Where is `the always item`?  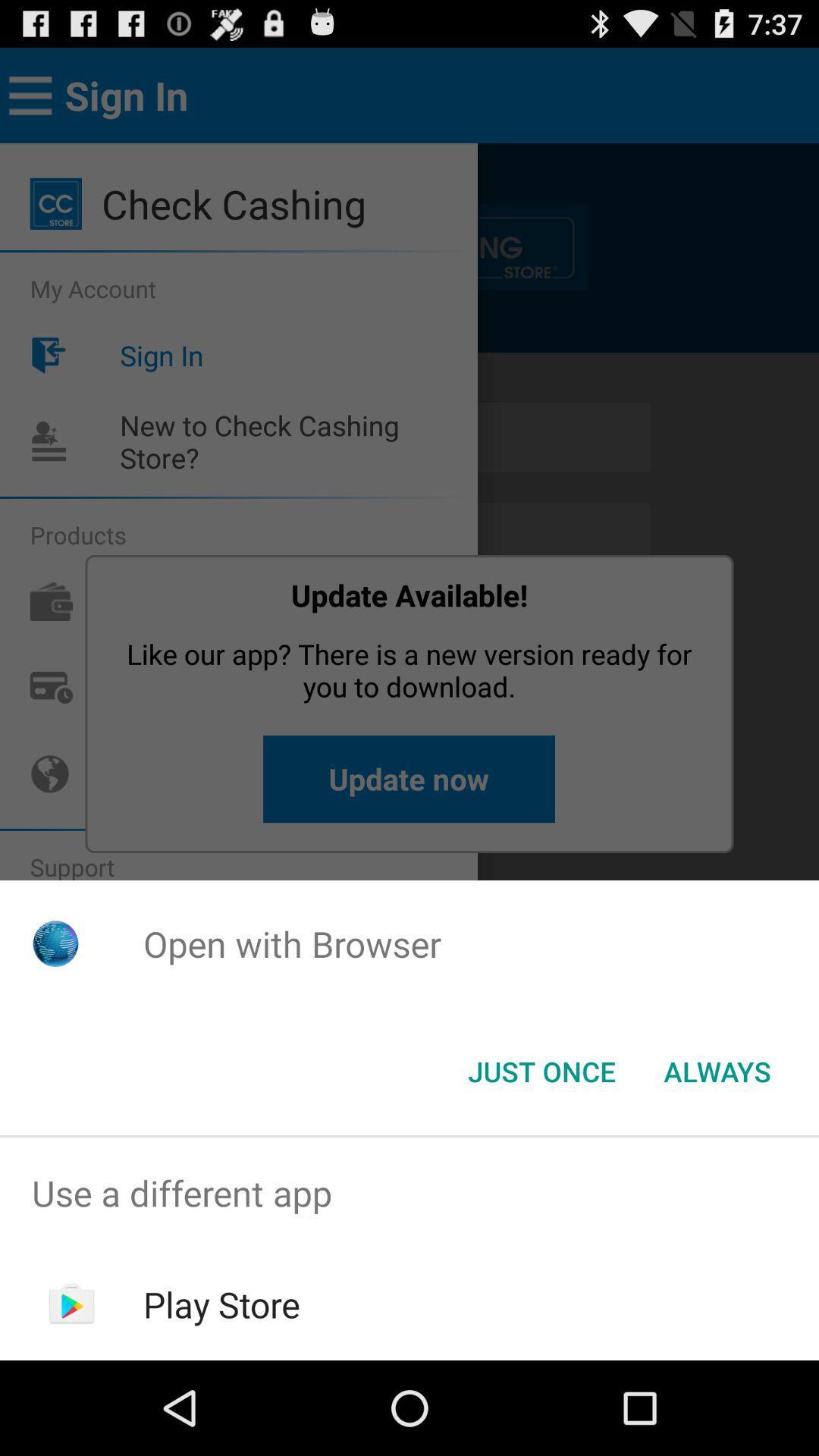
the always item is located at coordinates (717, 1070).